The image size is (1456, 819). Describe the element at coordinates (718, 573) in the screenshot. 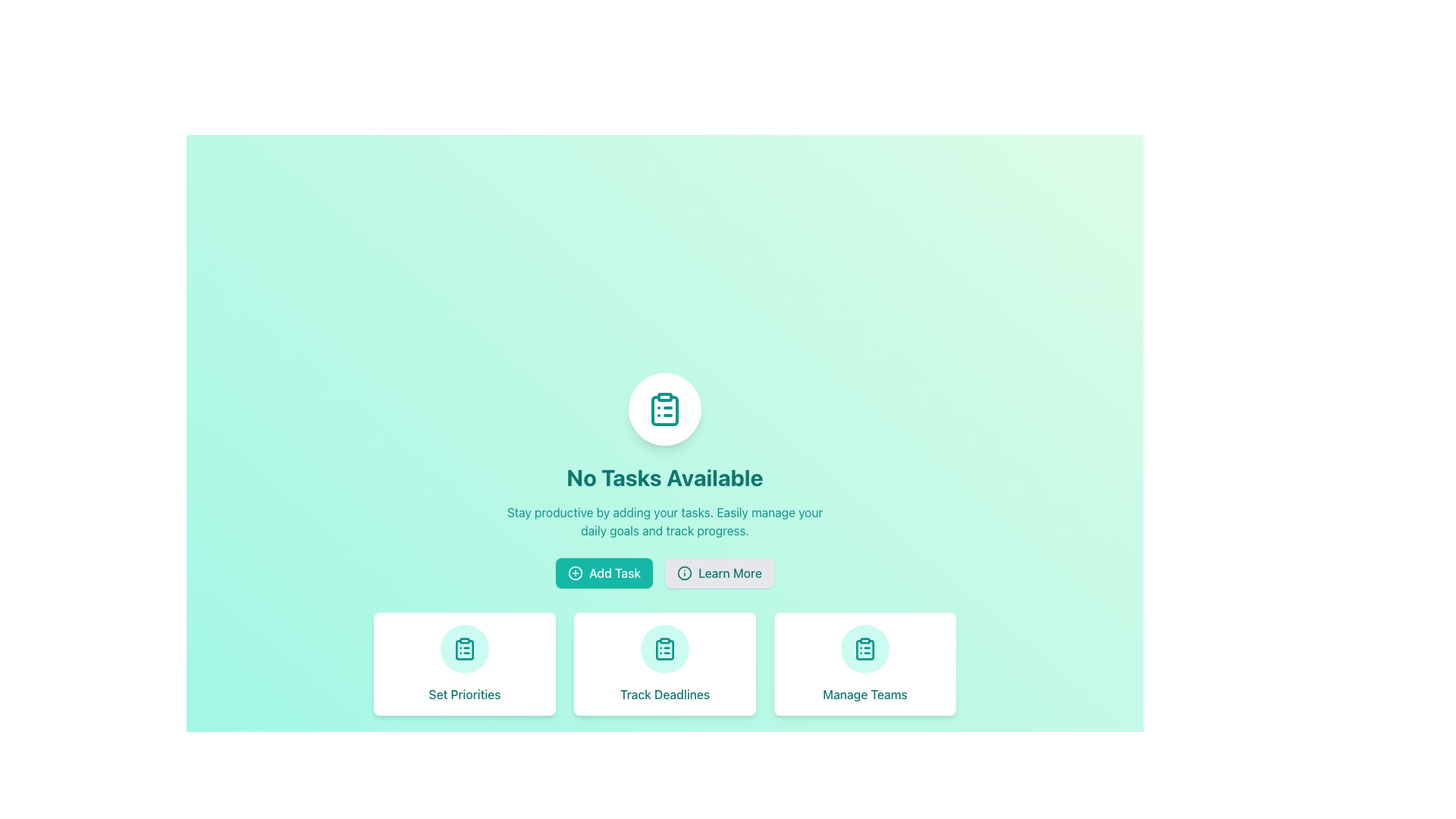

I see `the information button located to the right of the 'Add Task' button` at that location.